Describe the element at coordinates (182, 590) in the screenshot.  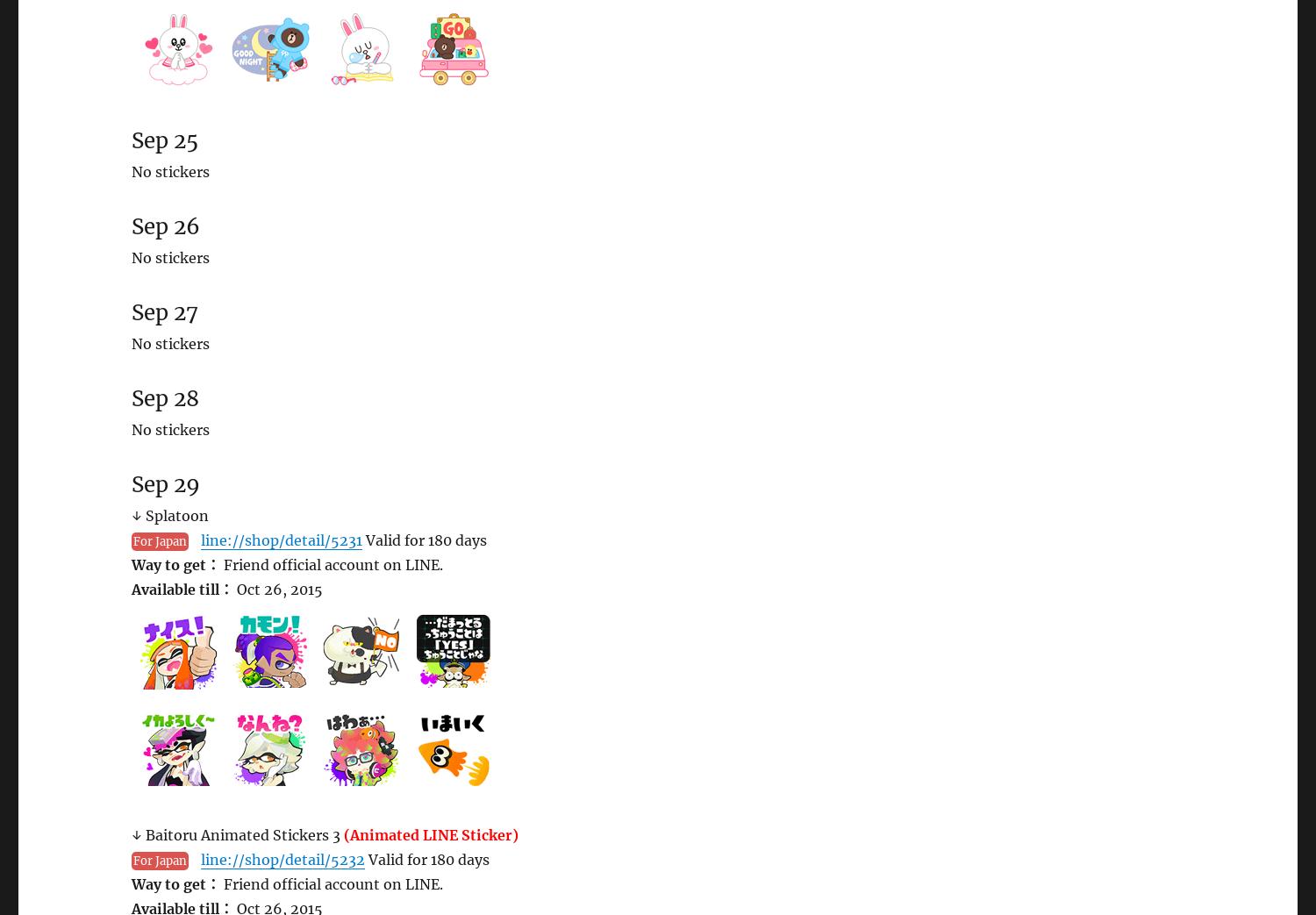
I see `'Available till：'` at that location.